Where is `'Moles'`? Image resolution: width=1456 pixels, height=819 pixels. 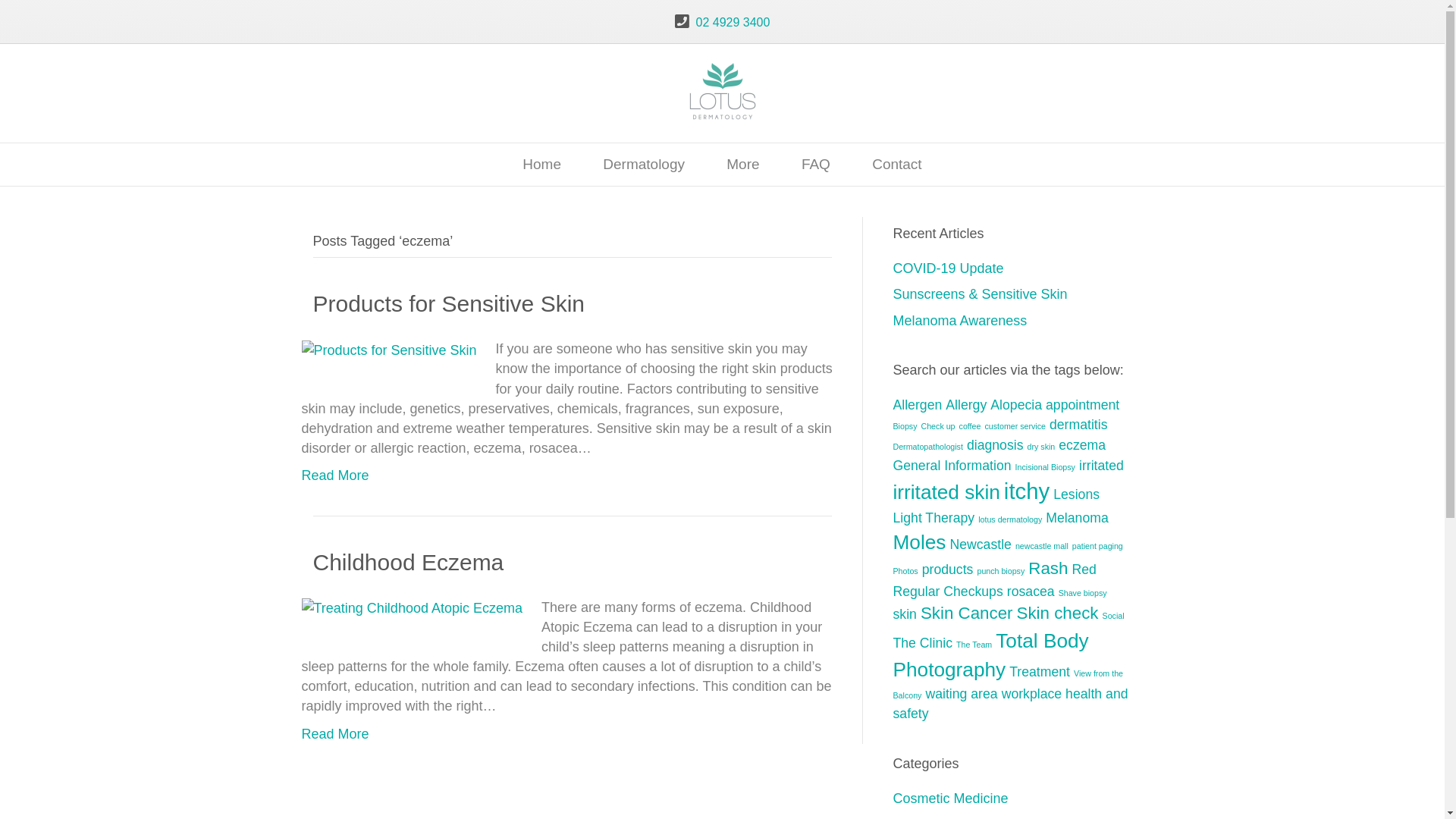 'Moles' is located at coordinates (919, 541).